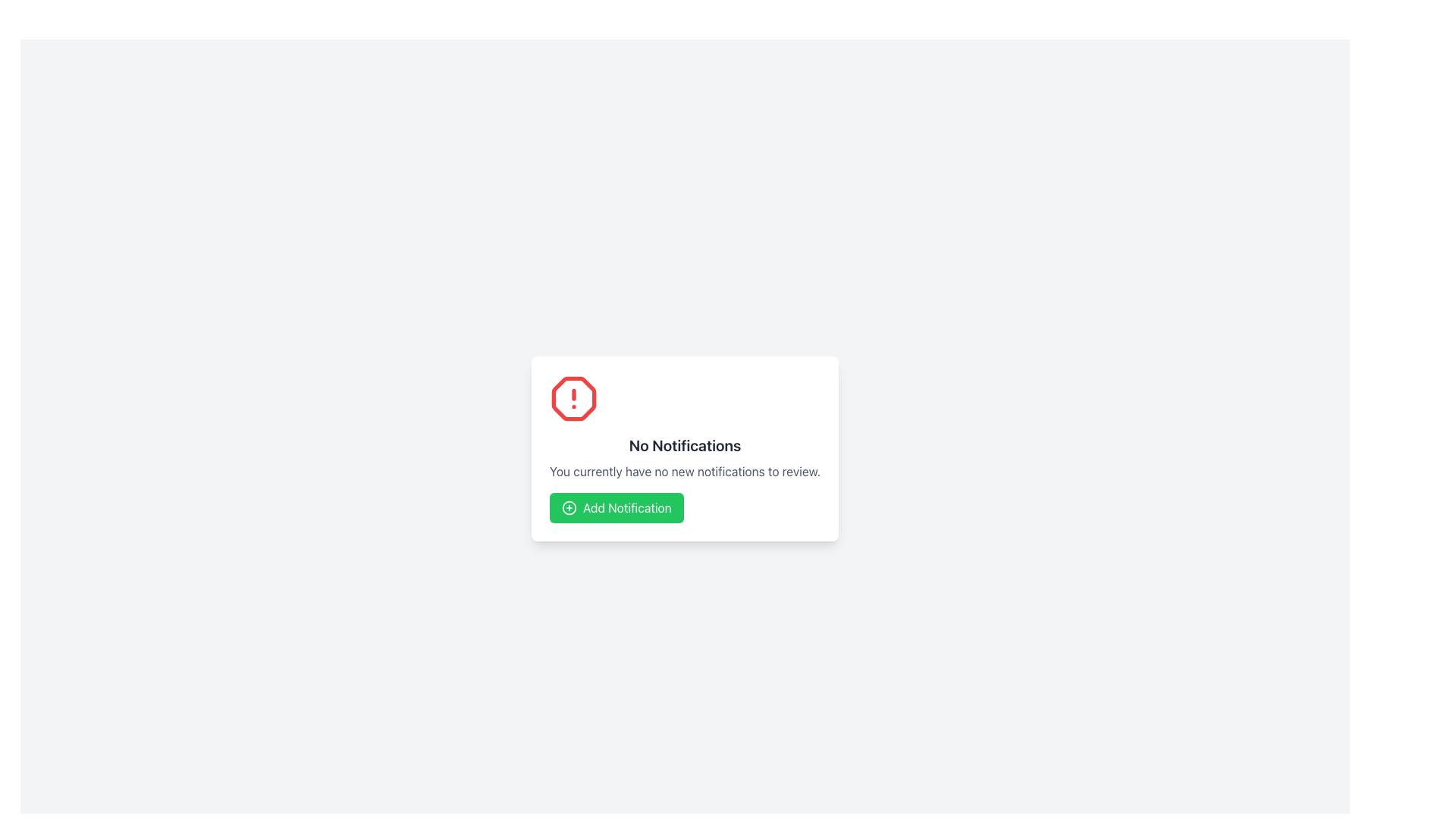  I want to click on the circular icon with a plus sign in the center, which has a green background and a white border, located on the left side of the 'Add Notification' button, so click(568, 508).